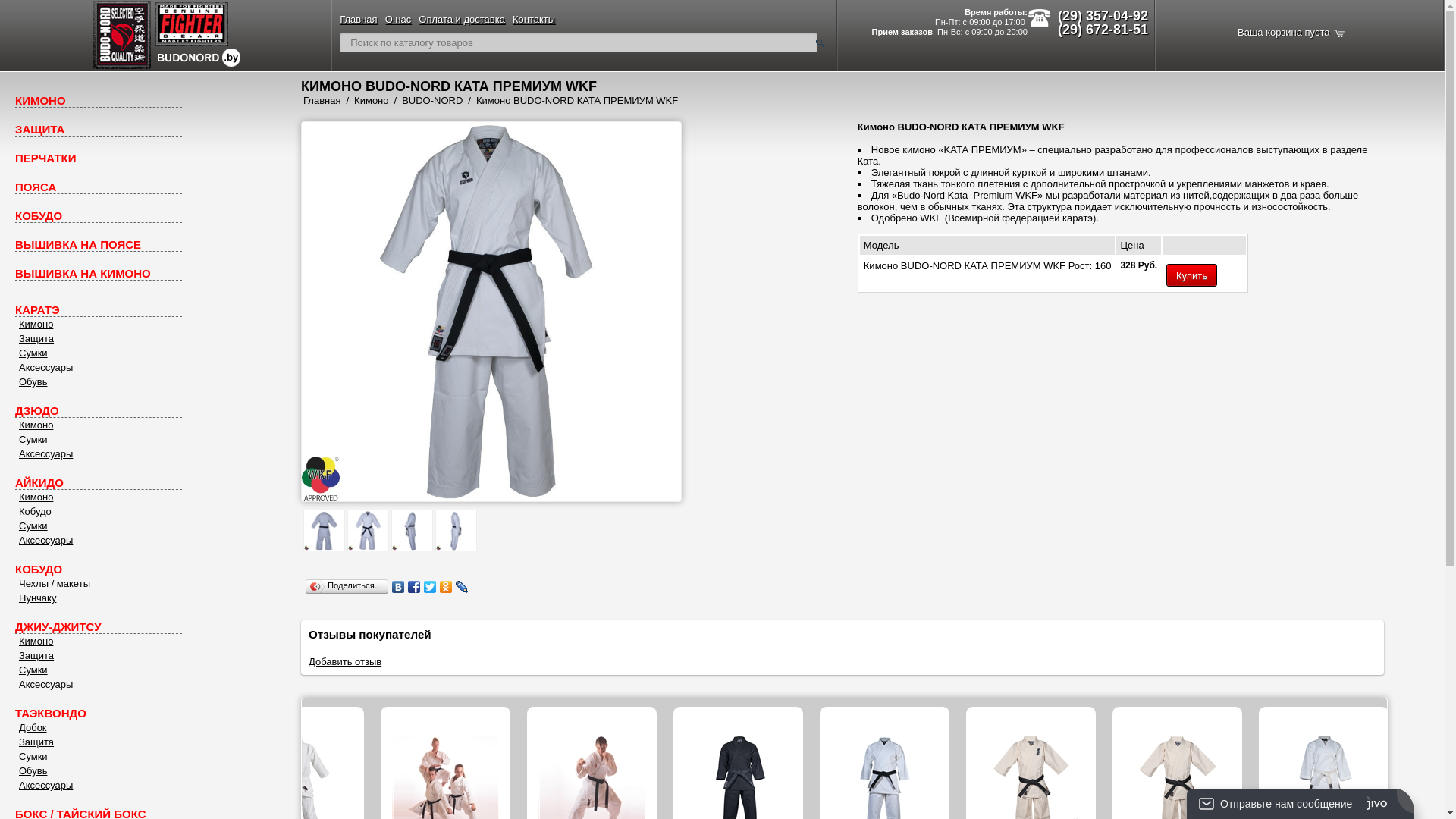  I want to click on 'LiveJournal', so click(461, 586).